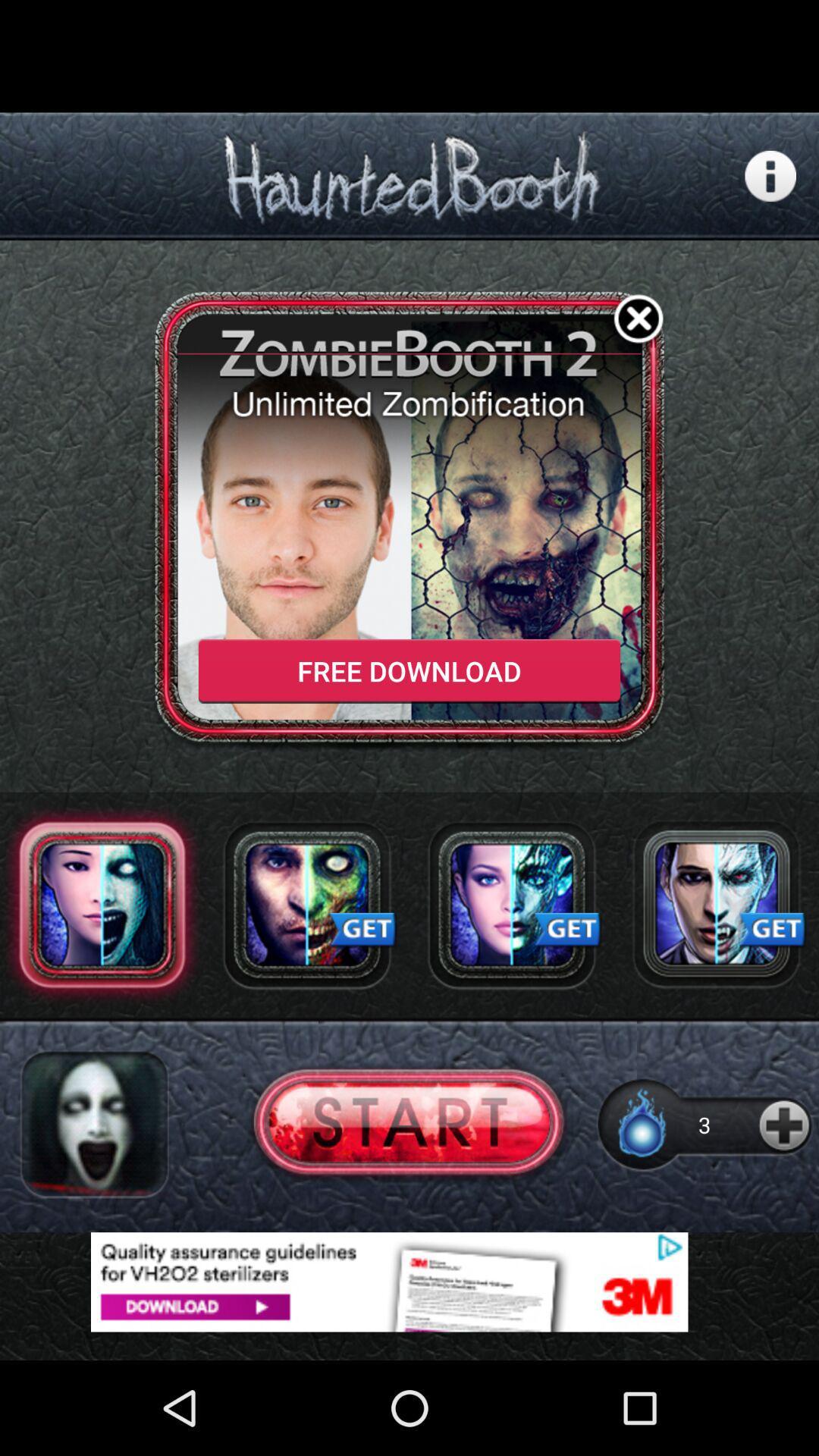  What do you see at coordinates (717, 905) in the screenshot?
I see `games page` at bounding box center [717, 905].